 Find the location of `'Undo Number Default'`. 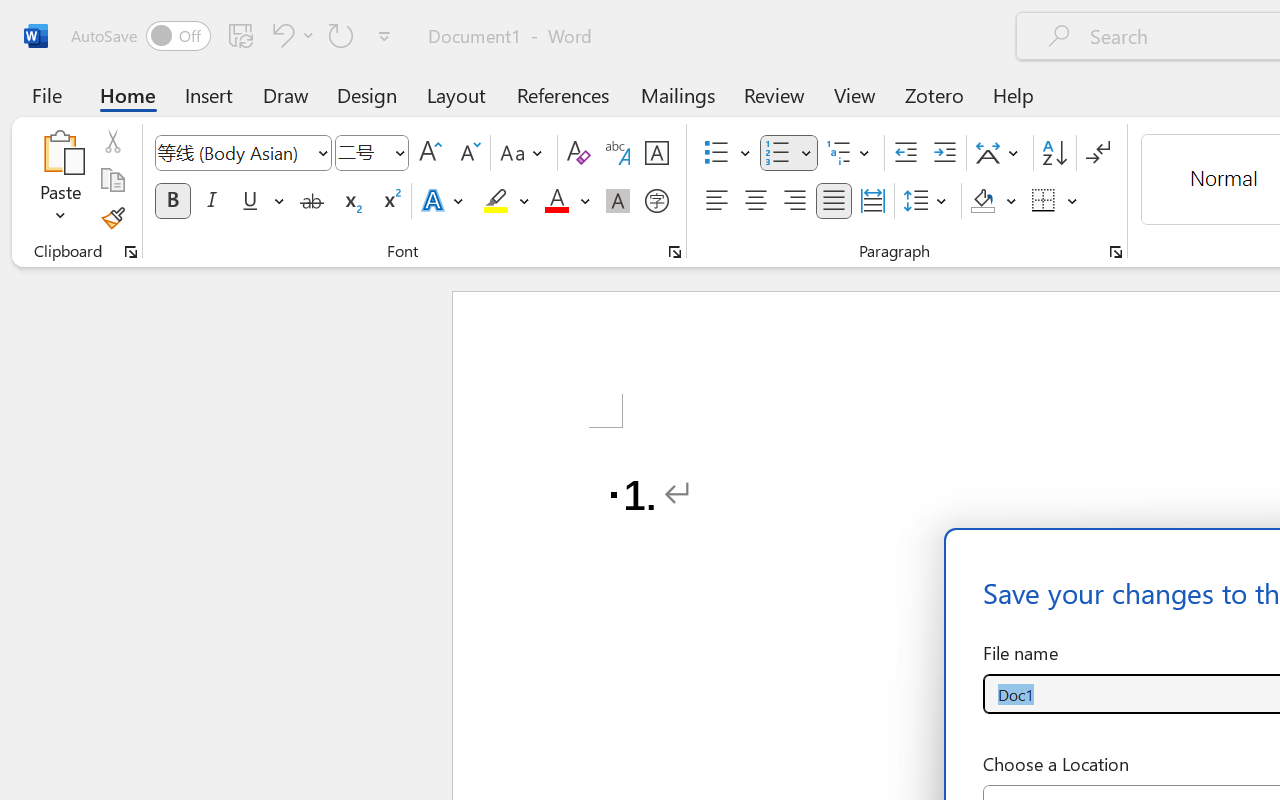

'Undo Number Default' is located at coordinates (279, 34).